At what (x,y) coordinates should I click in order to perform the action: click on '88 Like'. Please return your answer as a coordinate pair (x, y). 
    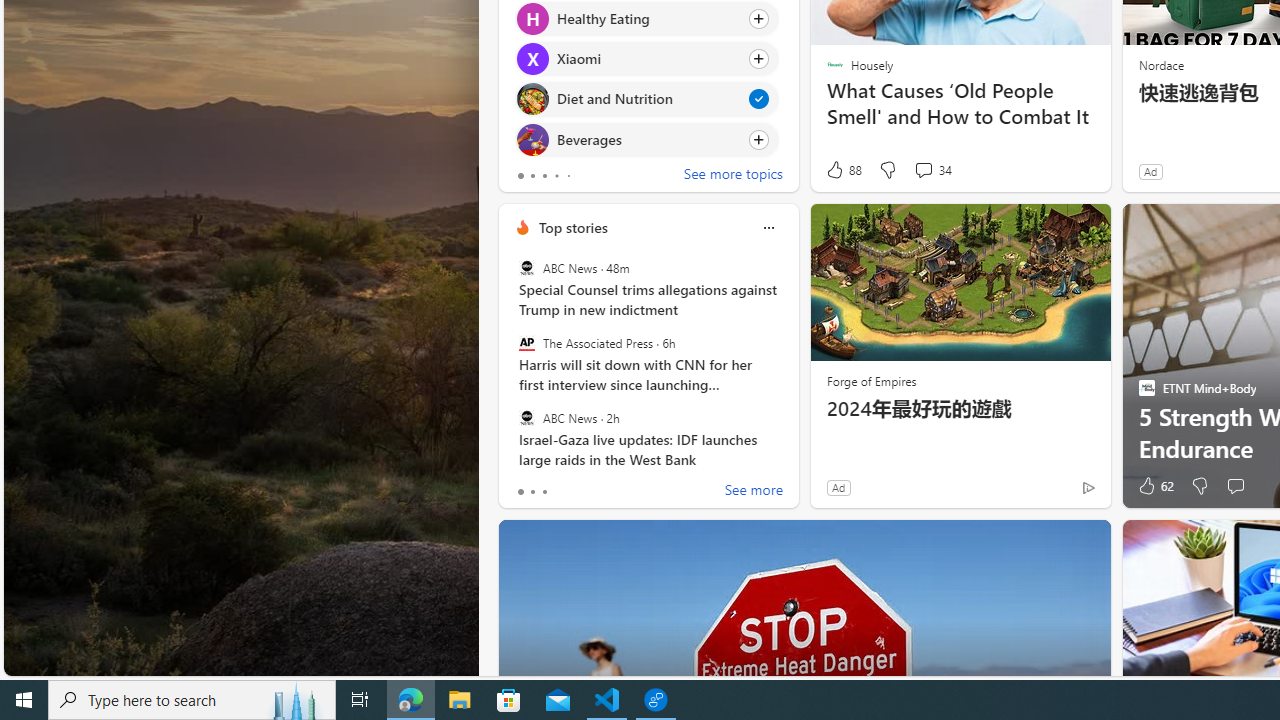
    Looking at the image, I should click on (843, 169).